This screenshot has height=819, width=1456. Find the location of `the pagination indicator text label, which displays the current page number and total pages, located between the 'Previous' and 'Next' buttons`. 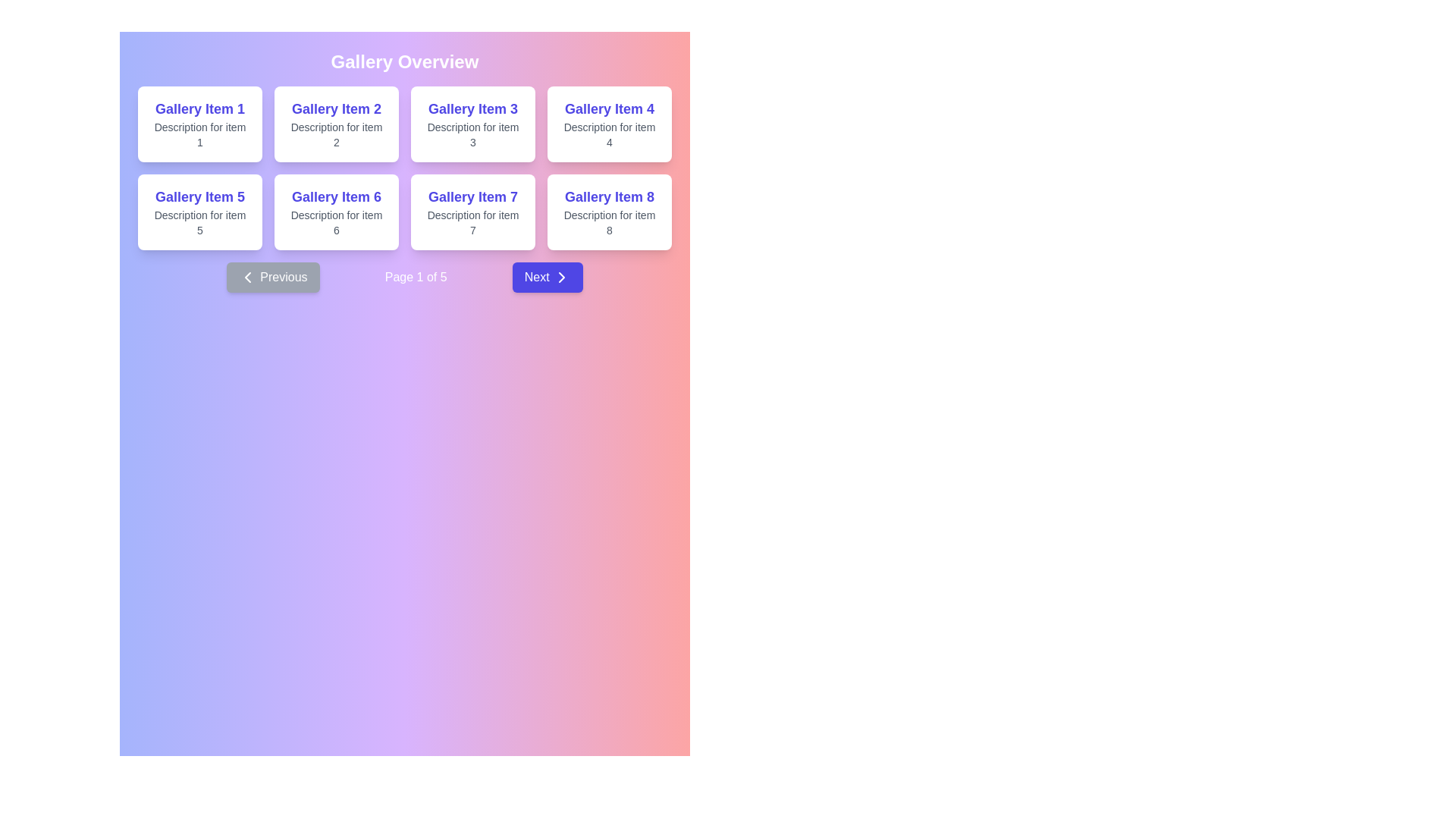

the pagination indicator text label, which displays the current page number and total pages, located between the 'Previous' and 'Next' buttons is located at coordinates (416, 278).